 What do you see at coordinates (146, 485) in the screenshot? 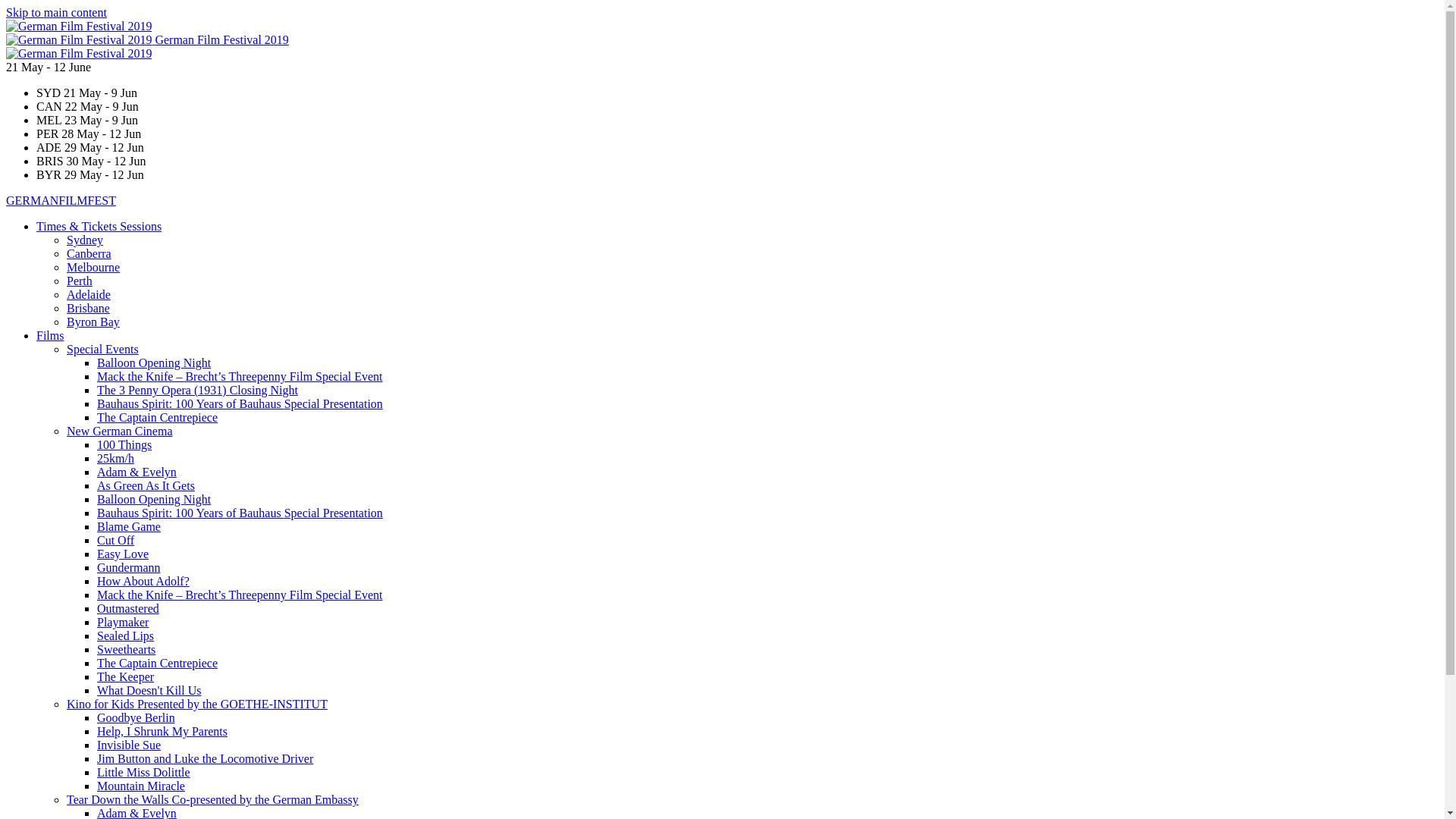
I see `'As Green As It Gets'` at bounding box center [146, 485].